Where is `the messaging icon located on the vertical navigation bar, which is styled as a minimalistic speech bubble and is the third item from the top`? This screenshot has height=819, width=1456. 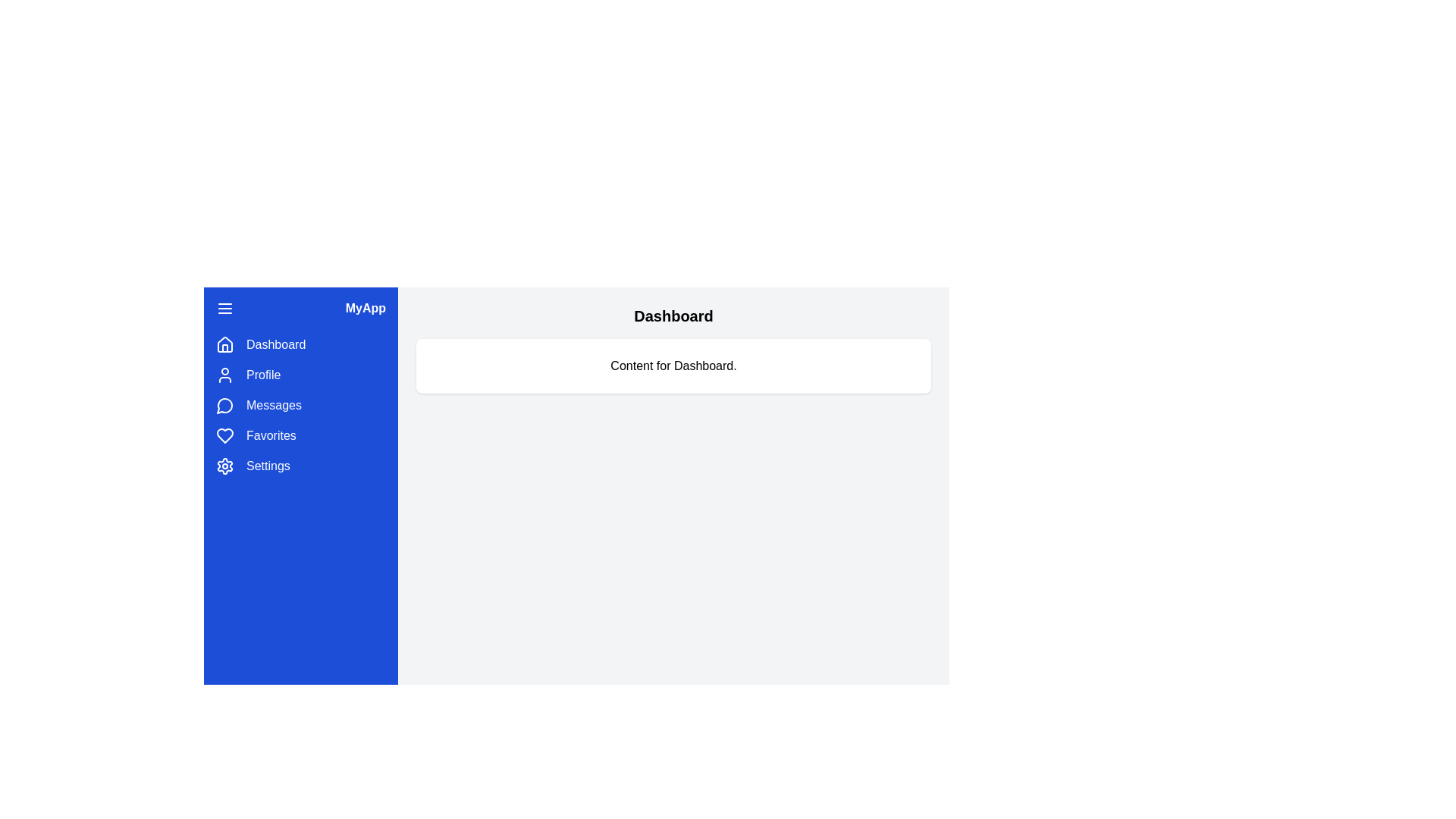
the messaging icon located on the vertical navigation bar, which is styled as a minimalistic speech bubble and is the third item from the top is located at coordinates (224, 405).